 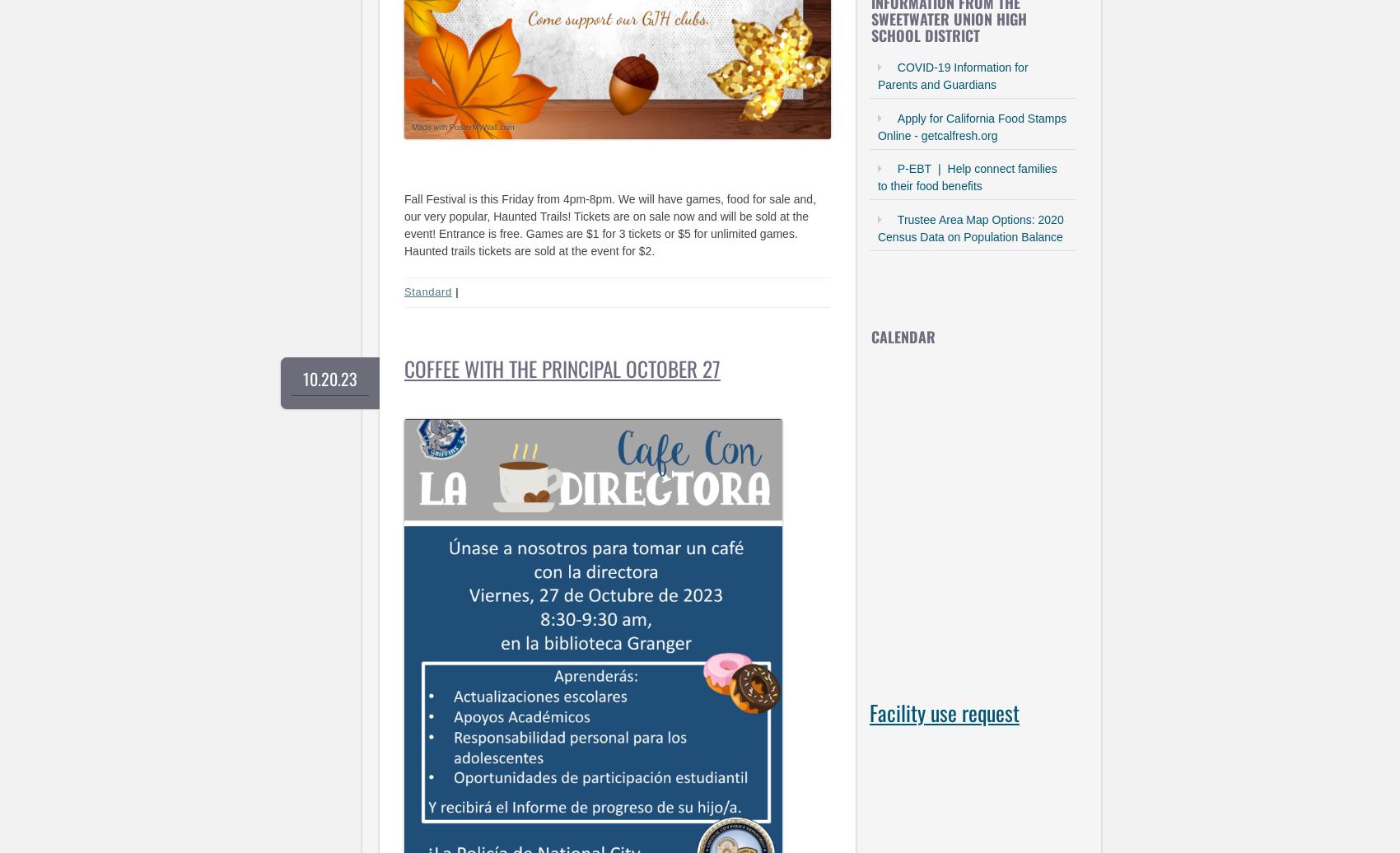 I want to click on 'Standard', so click(x=404, y=291).